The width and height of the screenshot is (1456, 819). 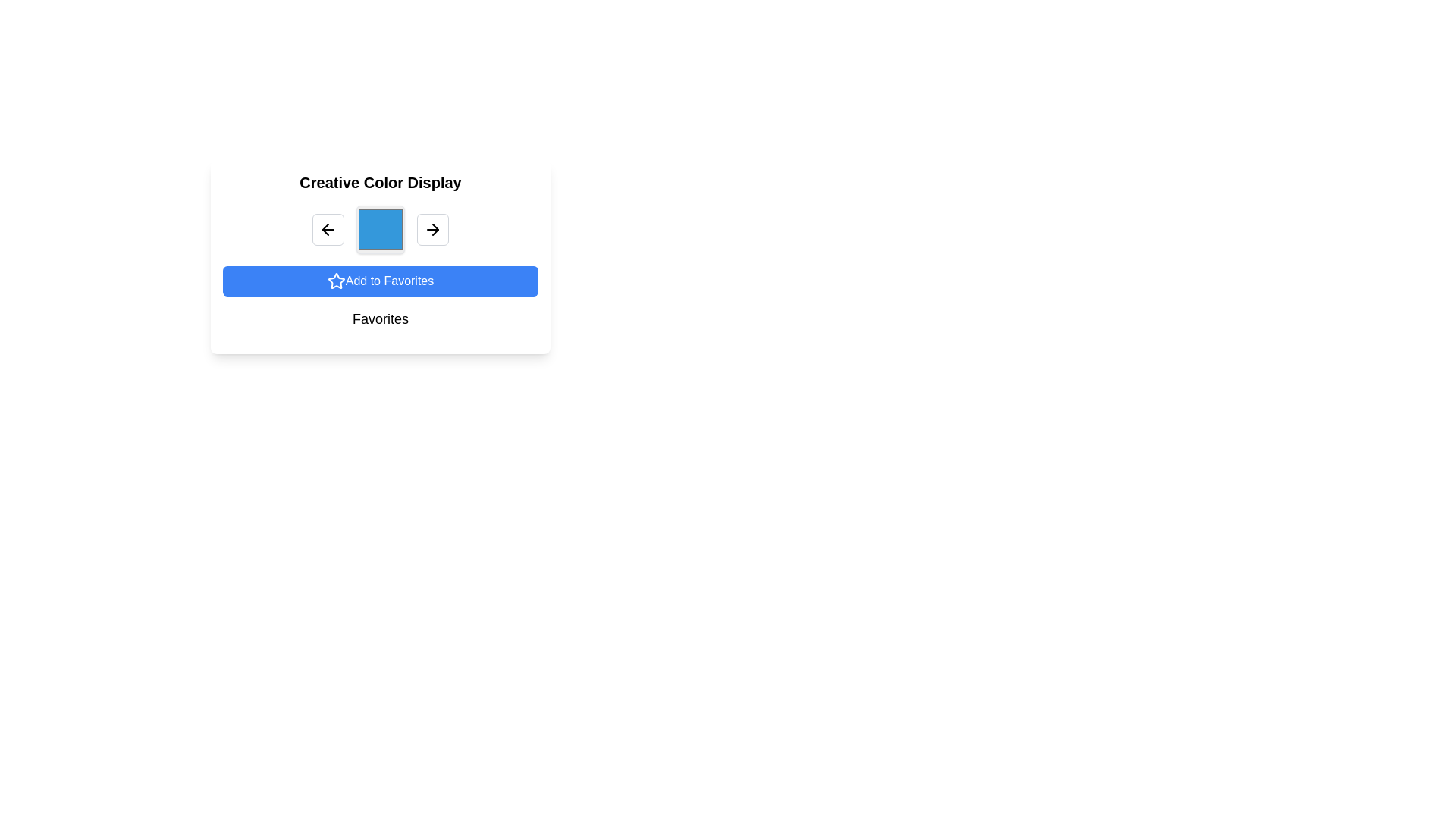 I want to click on the left arrow icon used for back navigation located to the left of the square blue color indicator beneath the text 'Creative Color Display', so click(x=325, y=230).